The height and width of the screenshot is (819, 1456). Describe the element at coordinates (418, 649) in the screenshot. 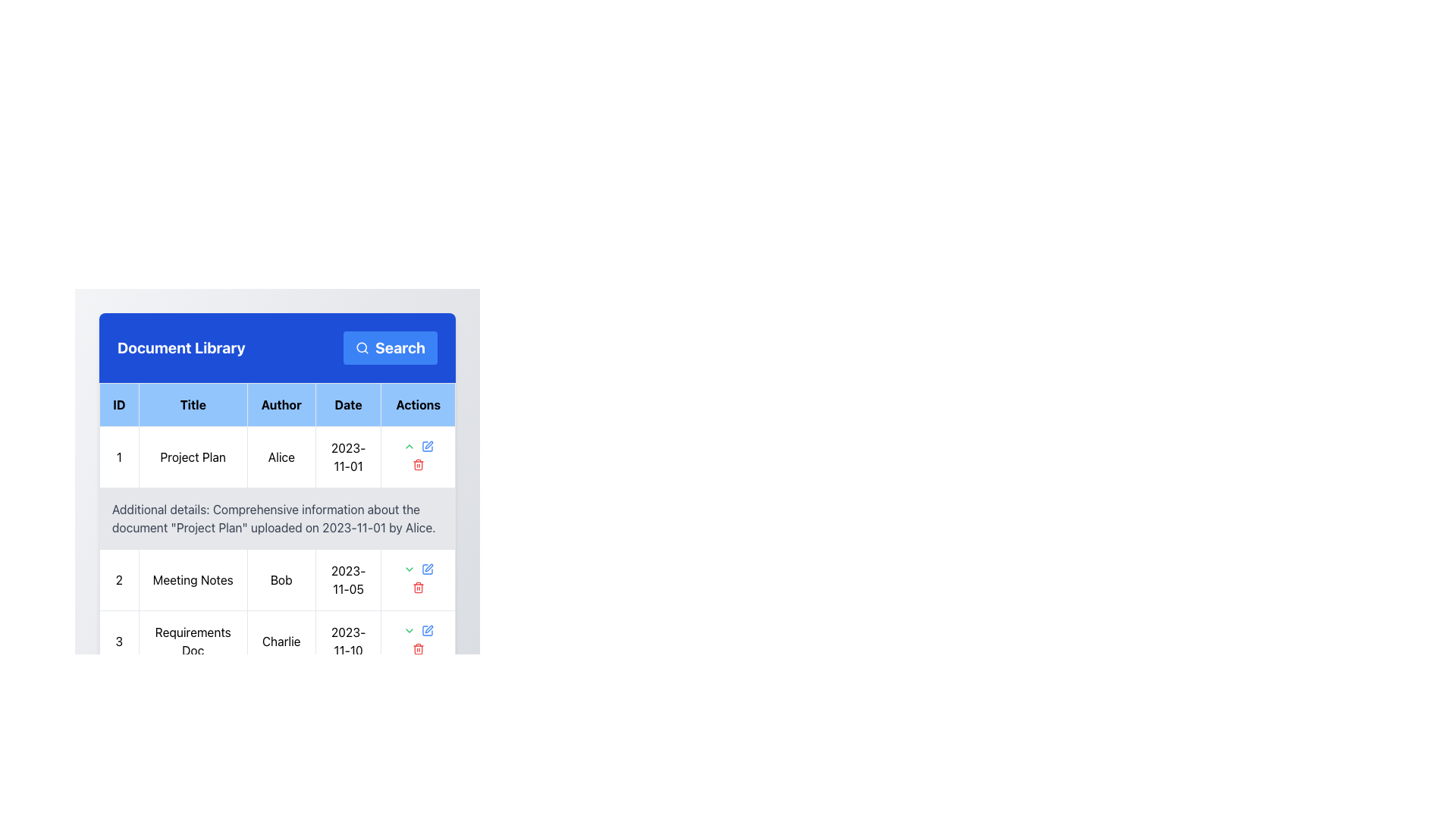

I see `the trash can icon representing the delete action for the document titled 'Project Plan' in the 'Actions' column of the document table` at that location.